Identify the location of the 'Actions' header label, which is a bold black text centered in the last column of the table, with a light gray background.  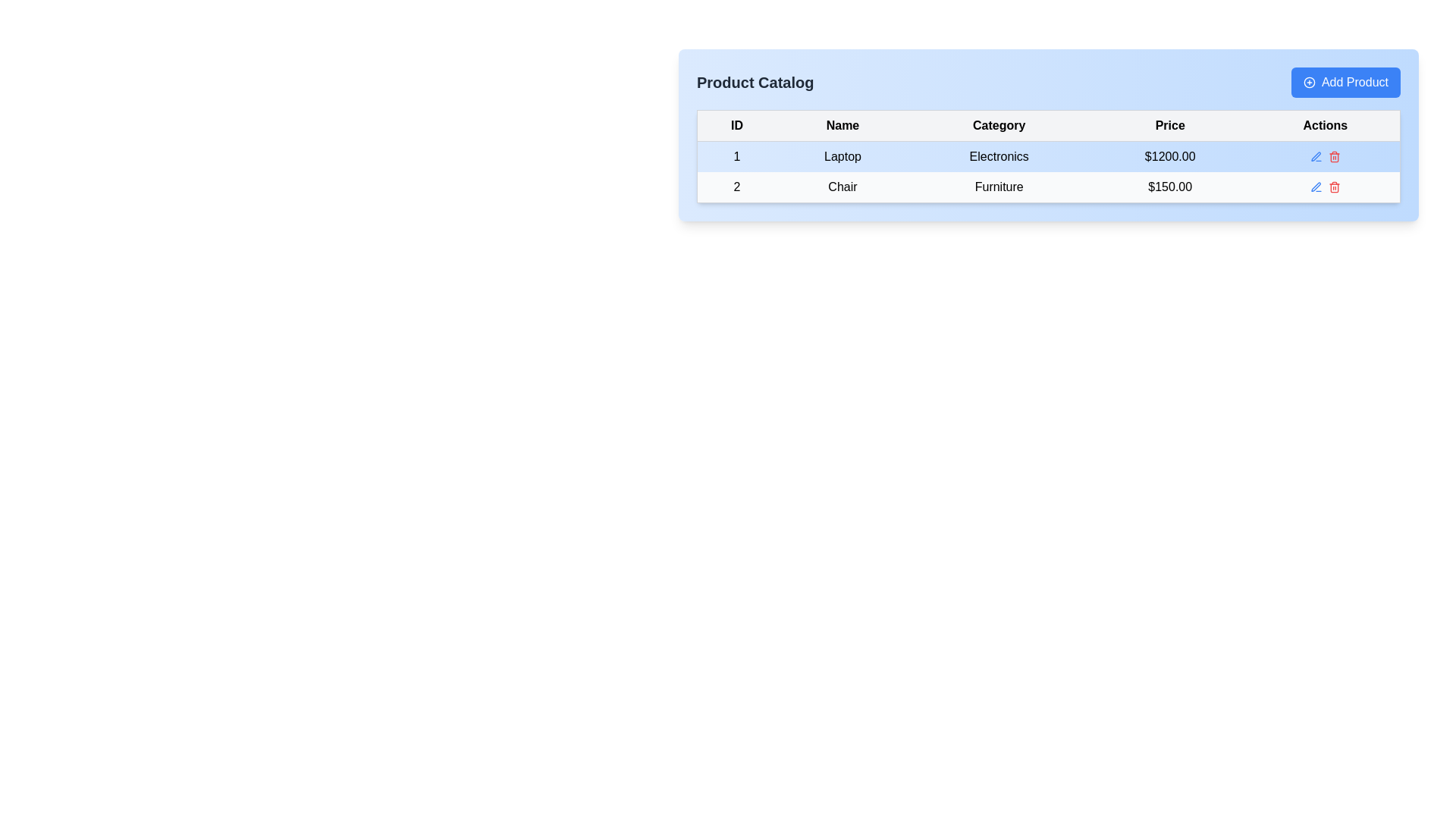
(1325, 124).